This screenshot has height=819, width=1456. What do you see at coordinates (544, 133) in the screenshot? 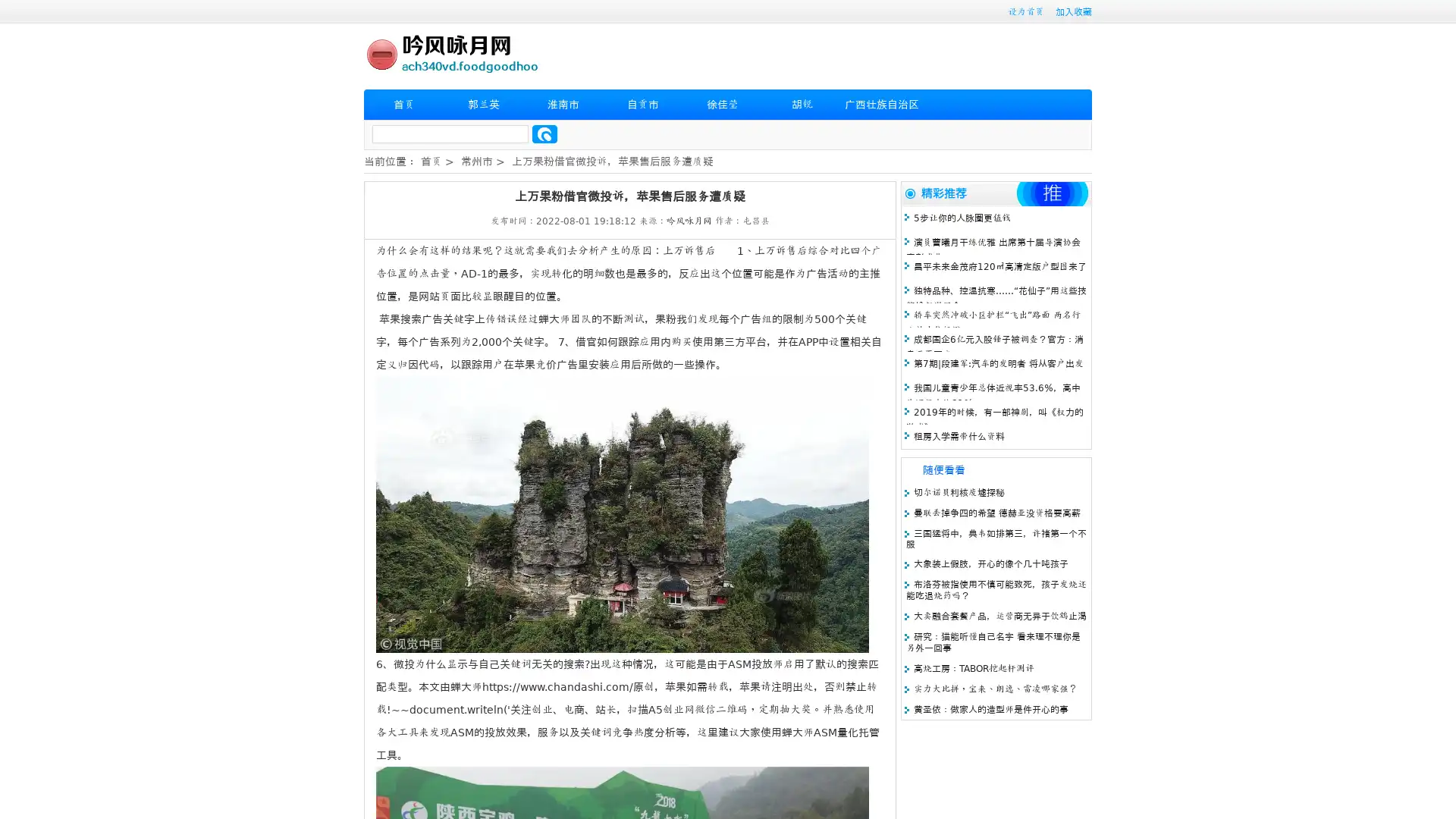
I see `Search` at bounding box center [544, 133].